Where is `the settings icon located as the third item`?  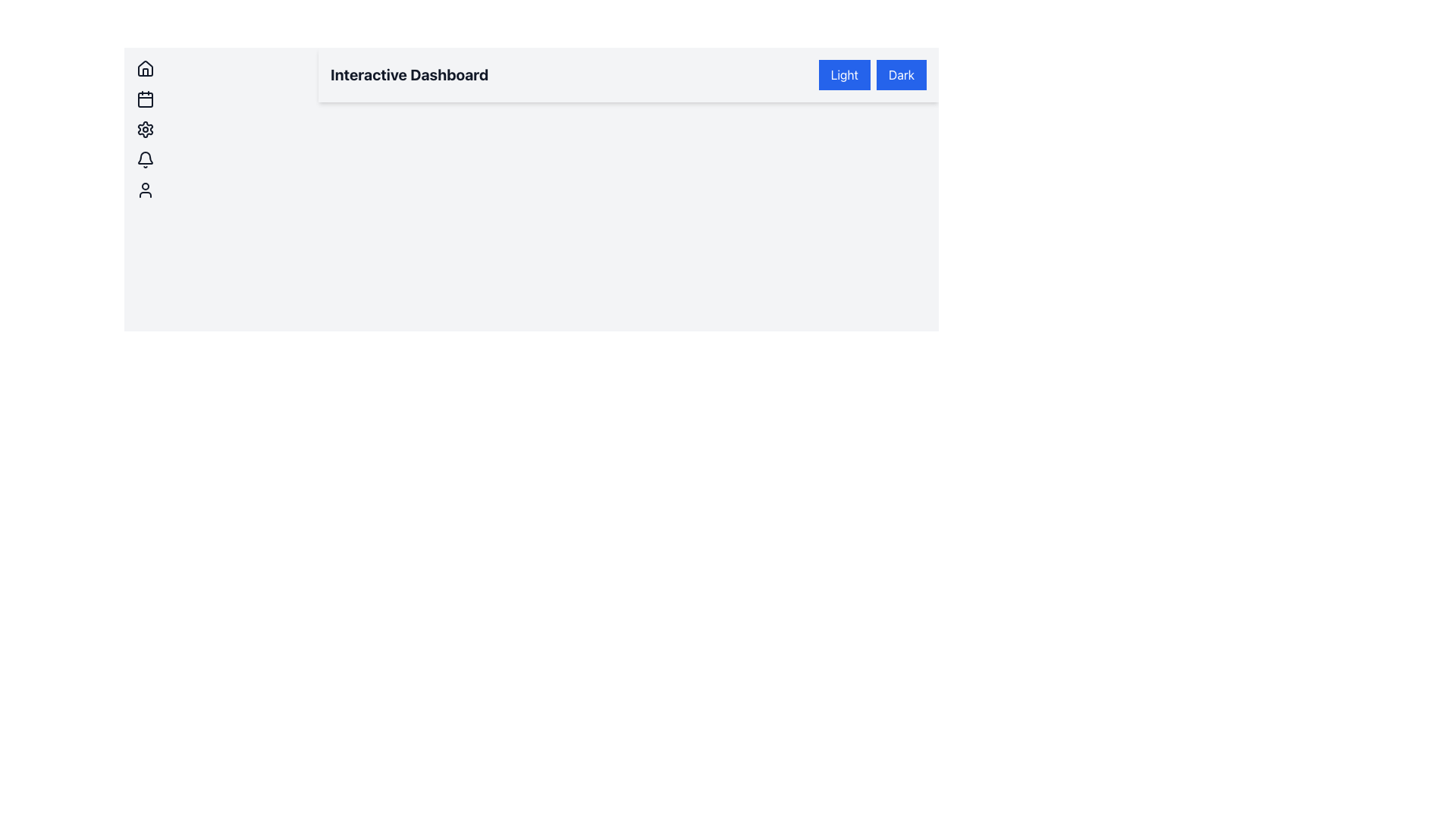 the settings icon located as the third item is located at coordinates (146, 128).